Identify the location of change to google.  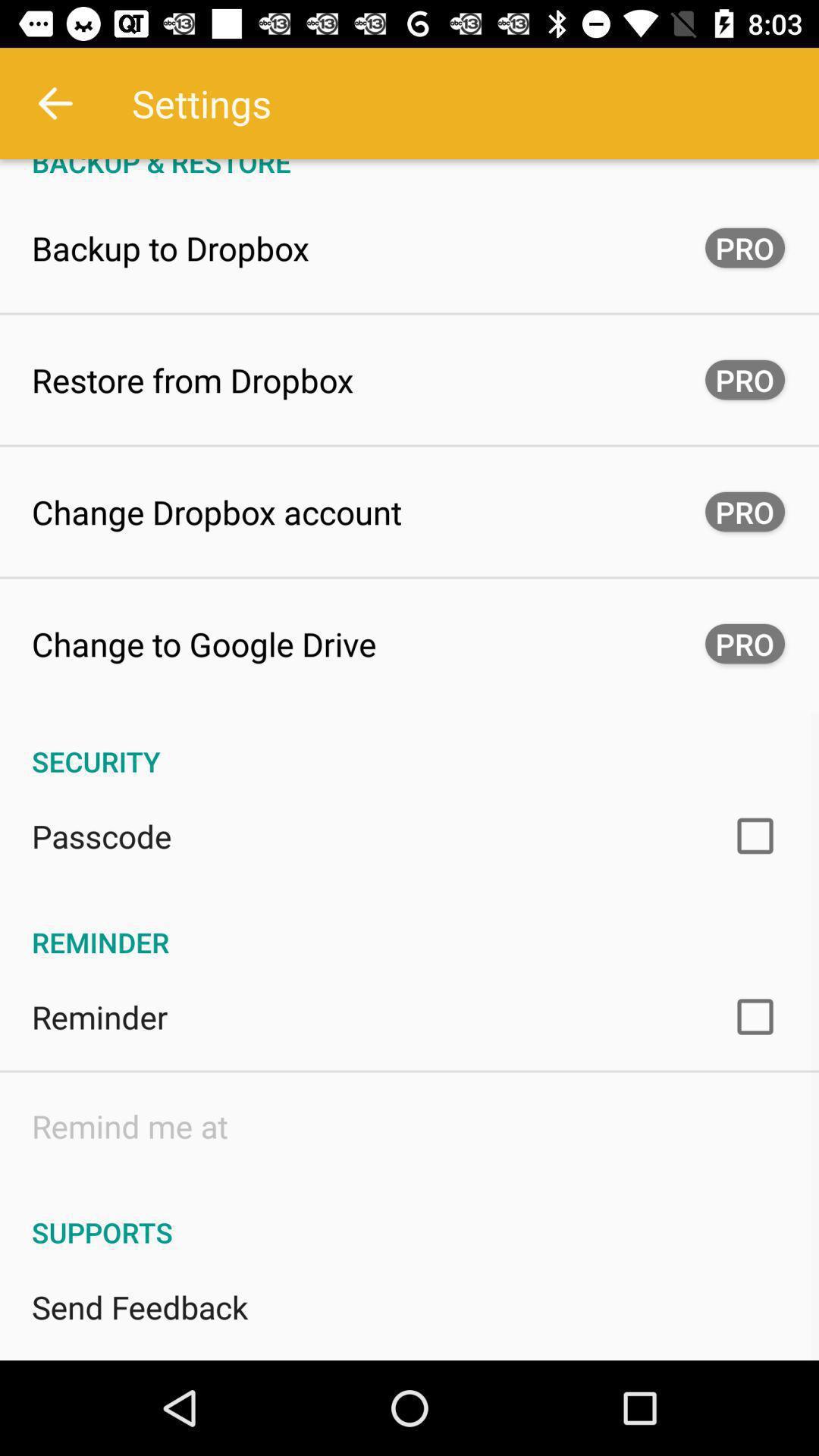
(203, 644).